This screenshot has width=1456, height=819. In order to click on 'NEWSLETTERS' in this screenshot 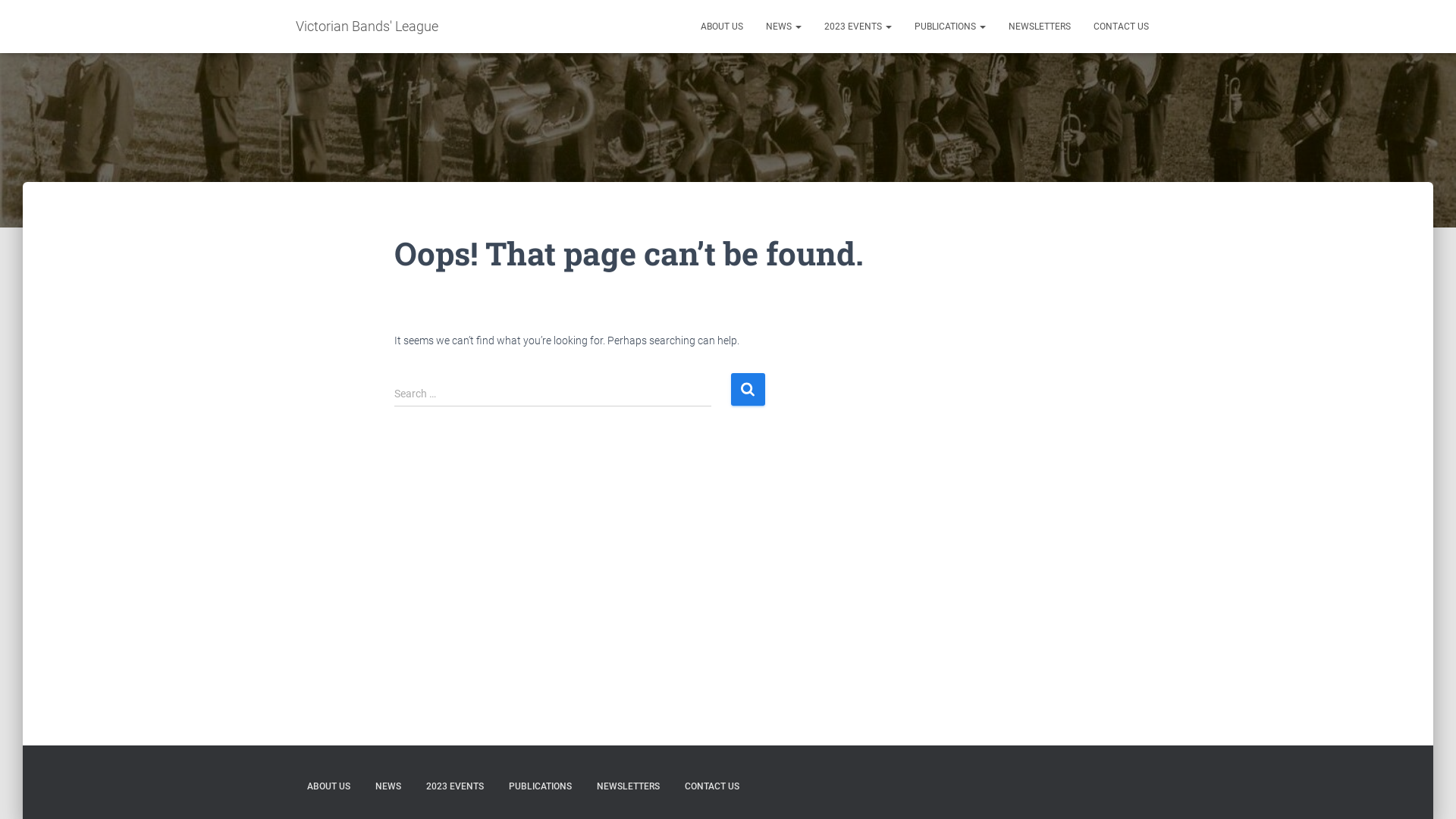, I will do `click(628, 786)`.